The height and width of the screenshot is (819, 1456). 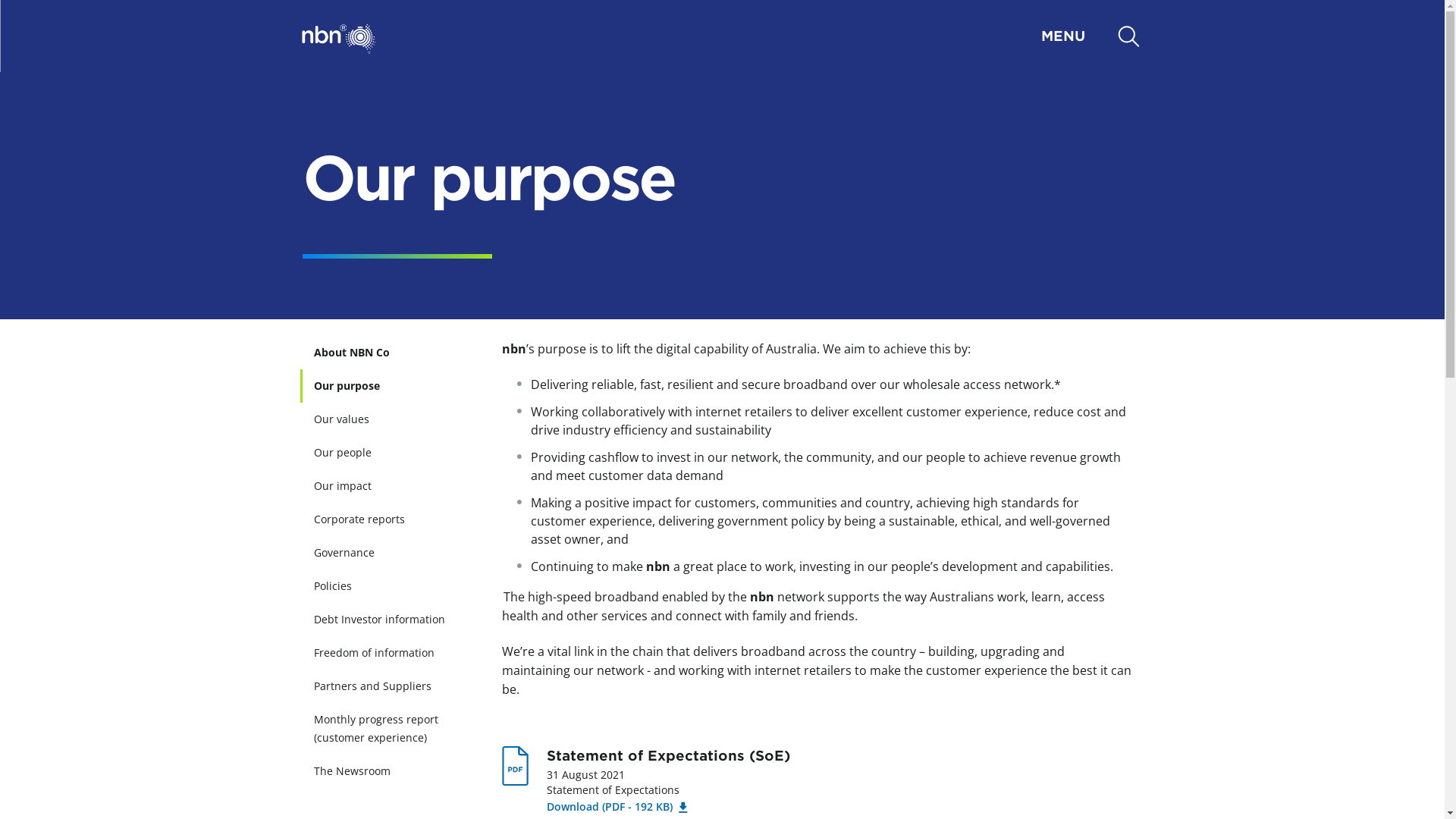 I want to click on 'Policies', so click(x=388, y=585).